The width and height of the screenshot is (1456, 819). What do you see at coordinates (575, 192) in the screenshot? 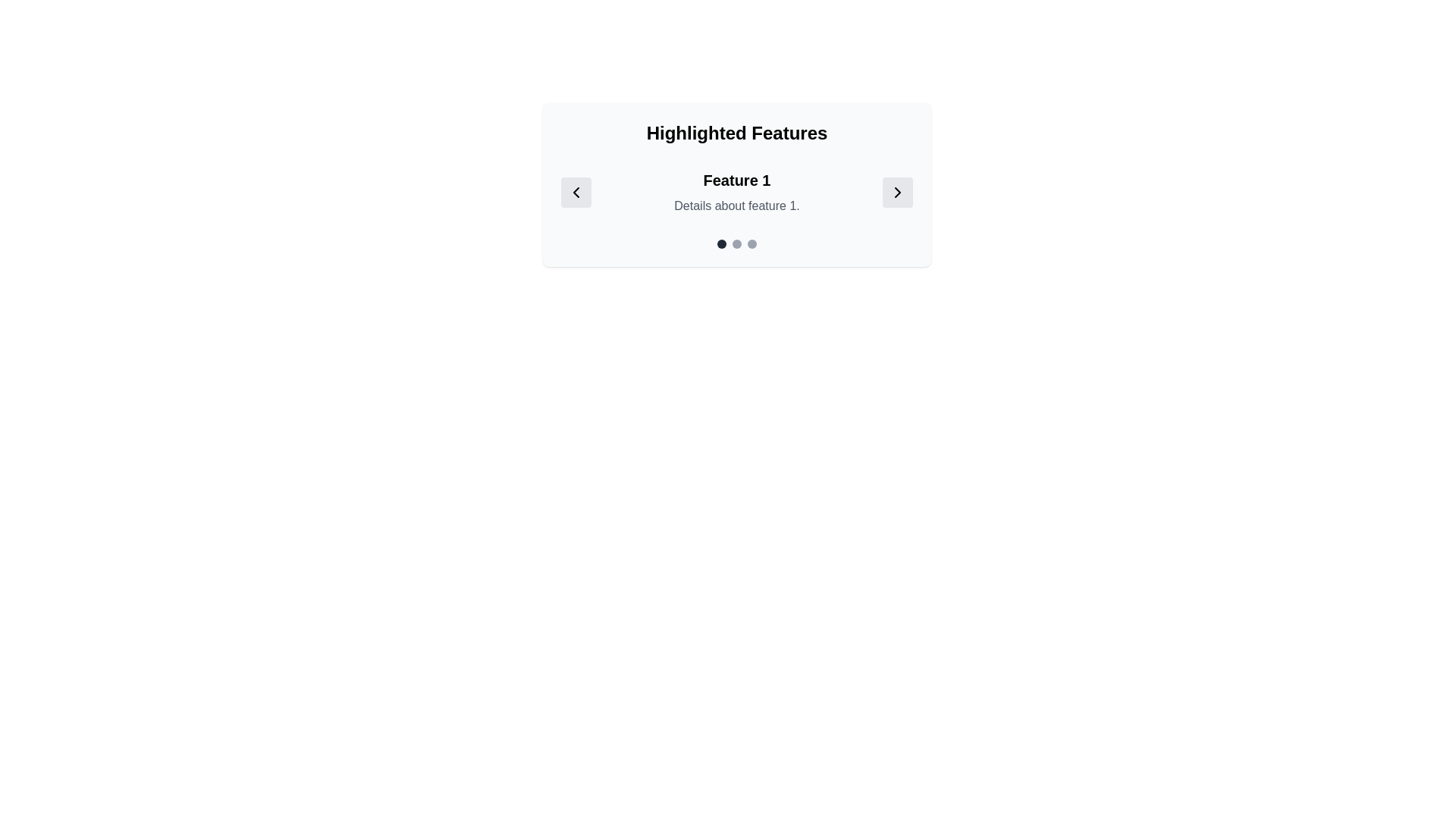
I see `the left-pointing chevron navigation button located on the left side of the 'Highlighted Features' content pane, aligned with the 'Feature 1' description block` at bounding box center [575, 192].